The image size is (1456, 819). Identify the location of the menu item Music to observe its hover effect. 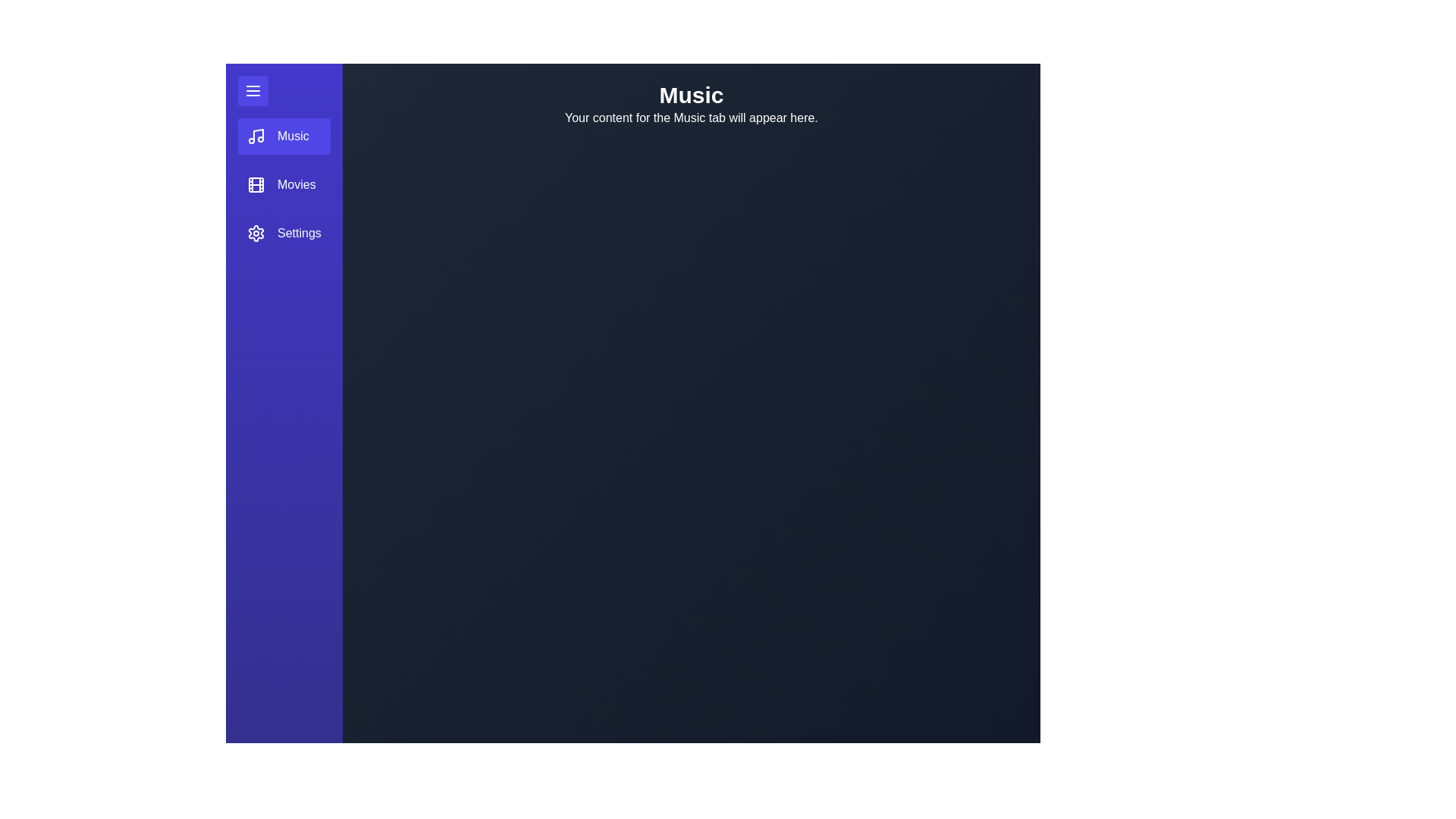
(284, 136).